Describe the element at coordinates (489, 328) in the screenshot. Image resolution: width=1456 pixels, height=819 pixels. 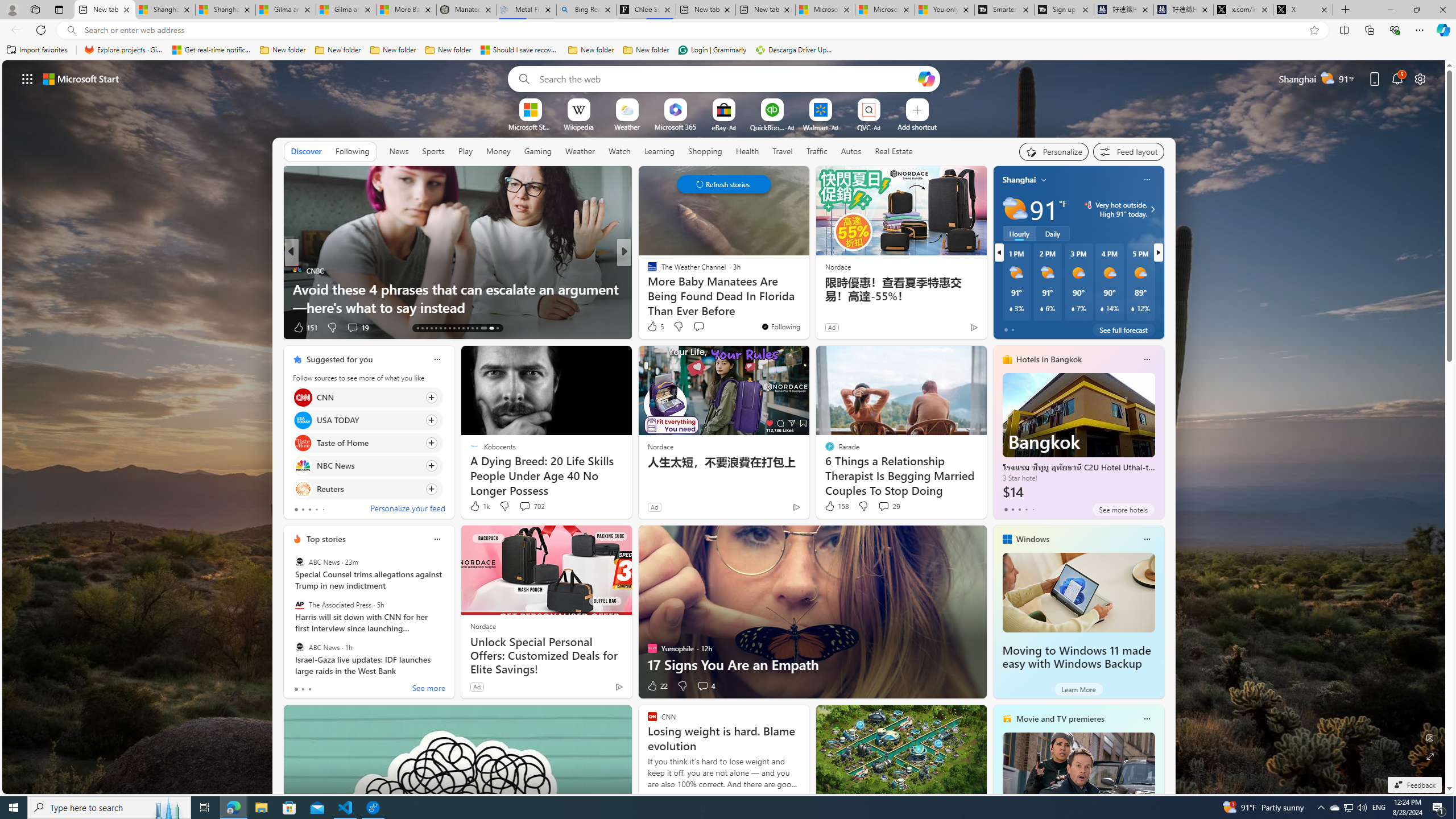
I see `'AutomationID: tab-41'` at that location.